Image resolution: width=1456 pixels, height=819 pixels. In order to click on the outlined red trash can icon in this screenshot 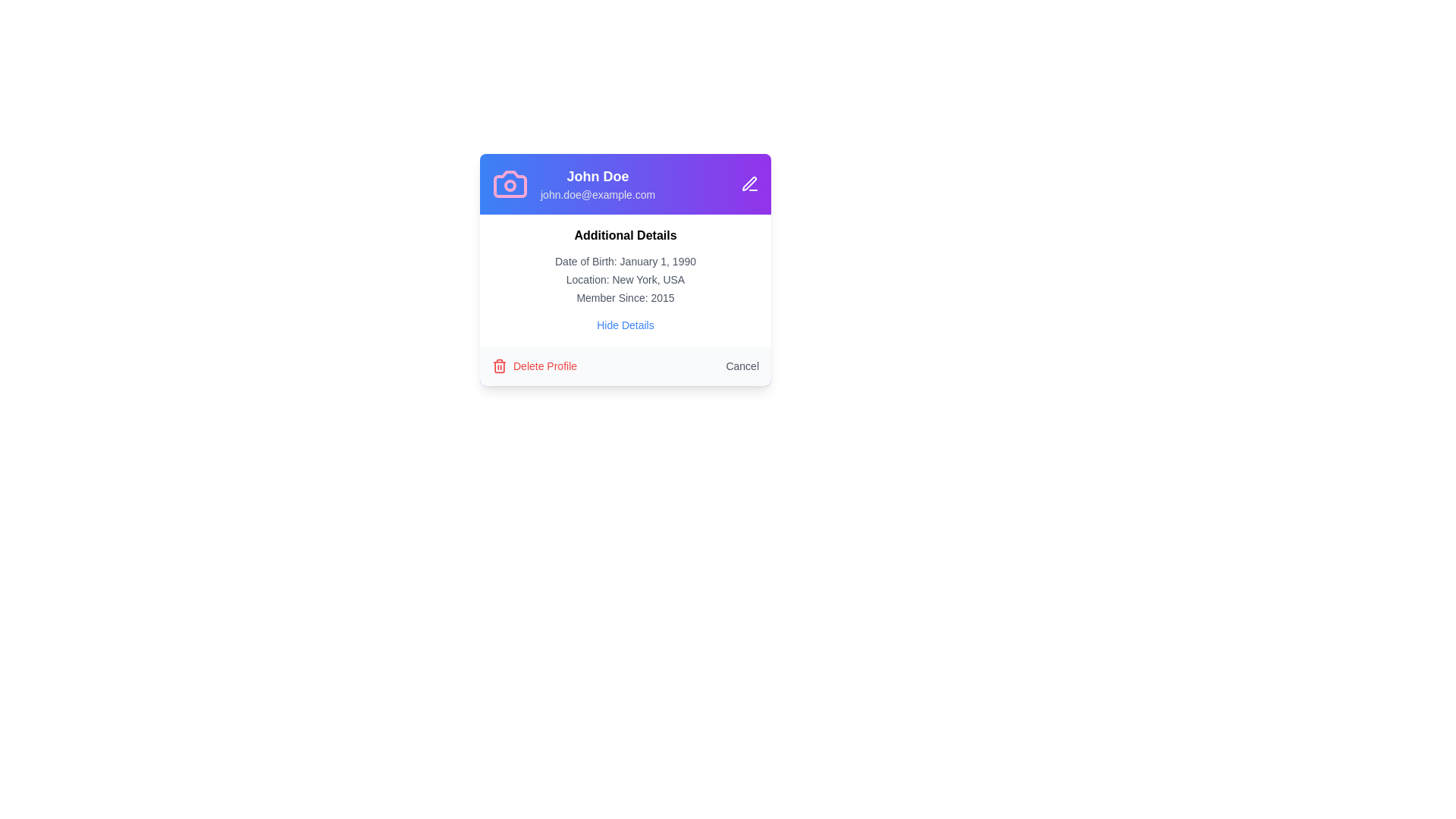, I will do `click(499, 366)`.